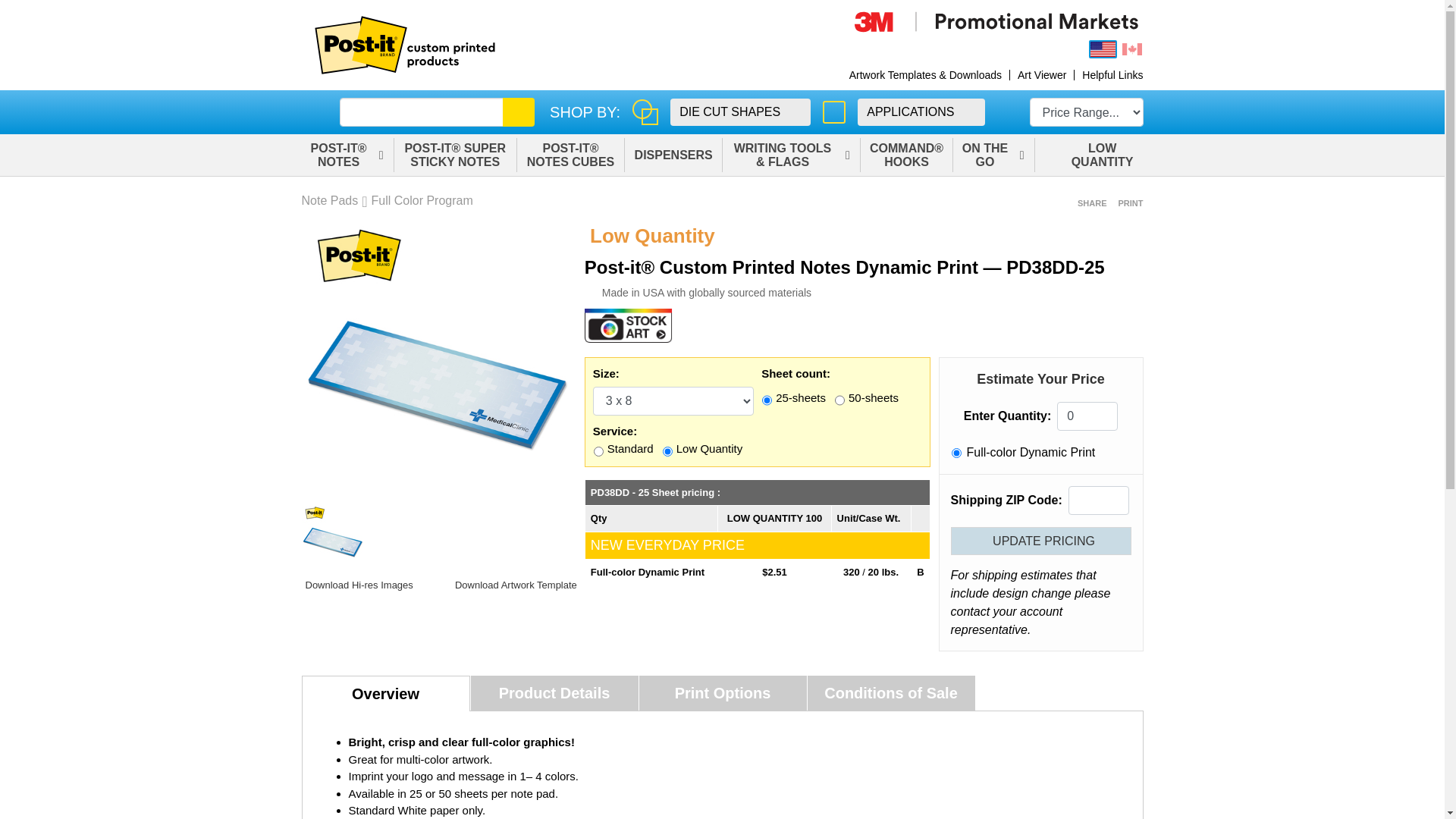 The height and width of the screenshot is (819, 1456). I want to click on 'Art Viewer', so click(1040, 75).